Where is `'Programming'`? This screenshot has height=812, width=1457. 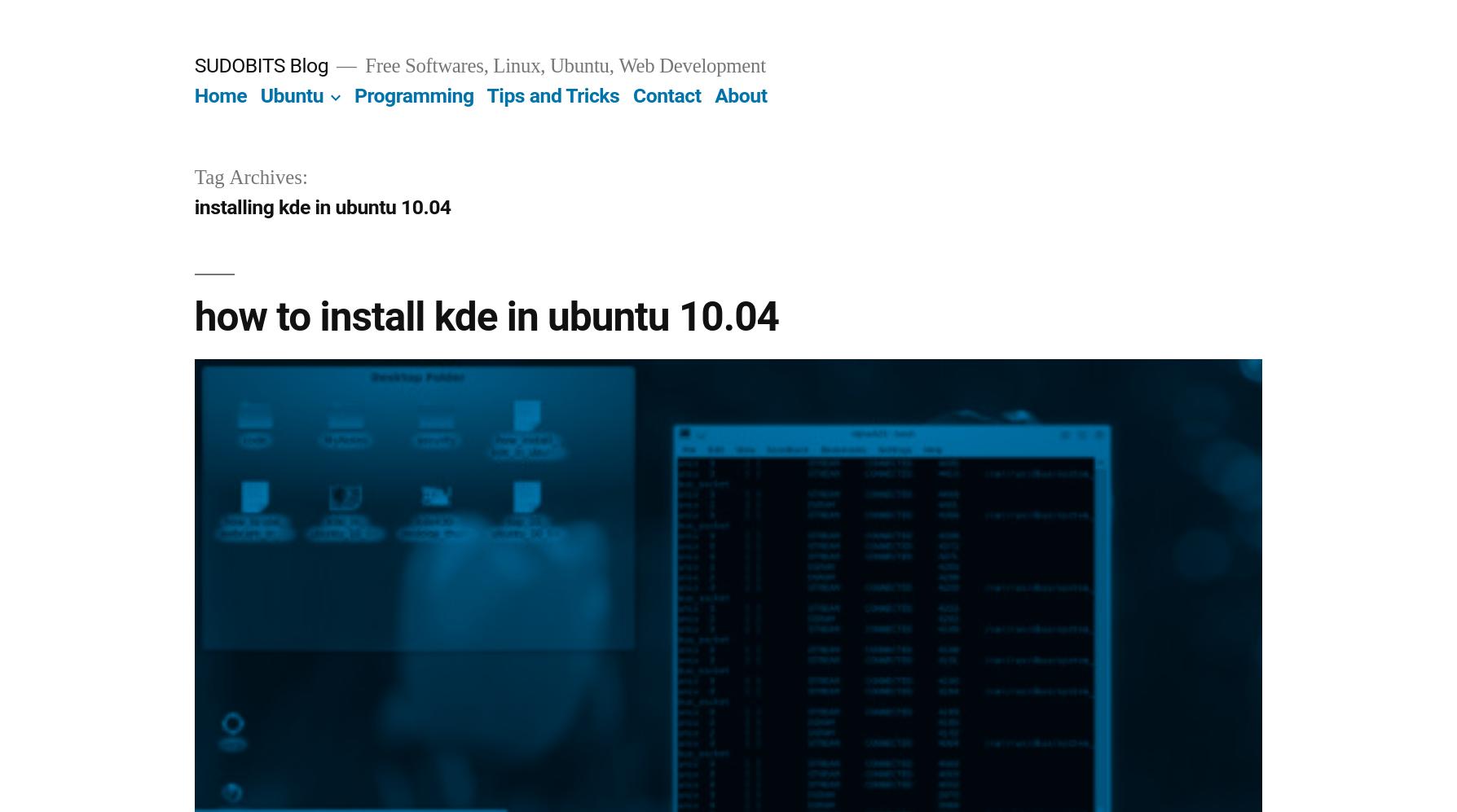
'Programming' is located at coordinates (352, 95).